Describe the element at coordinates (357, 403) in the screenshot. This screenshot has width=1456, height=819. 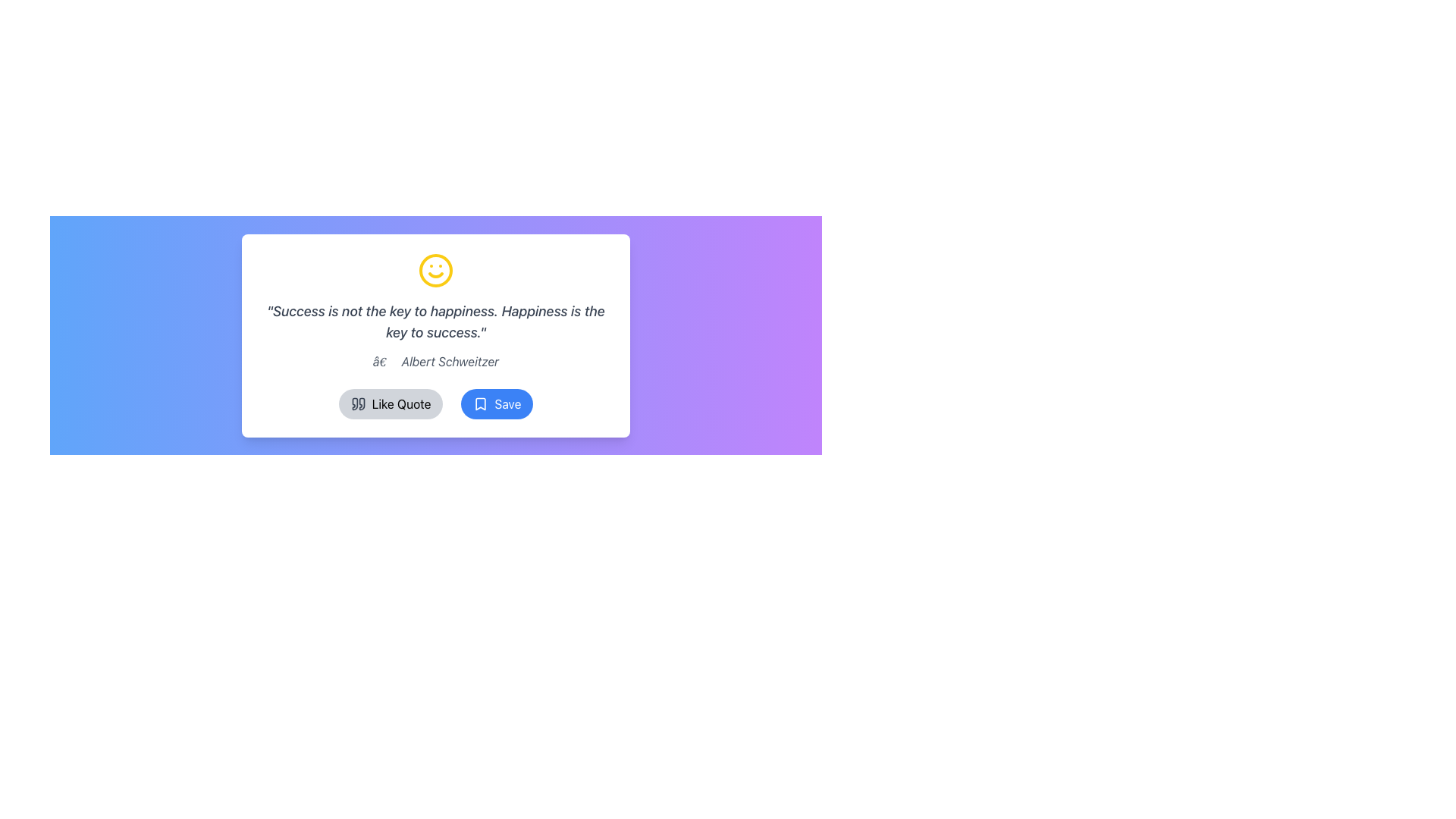
I see `the 'Like Quote' button which contains a pair of stylized quotation marks on its left side to interact with the quote feature` at that location.